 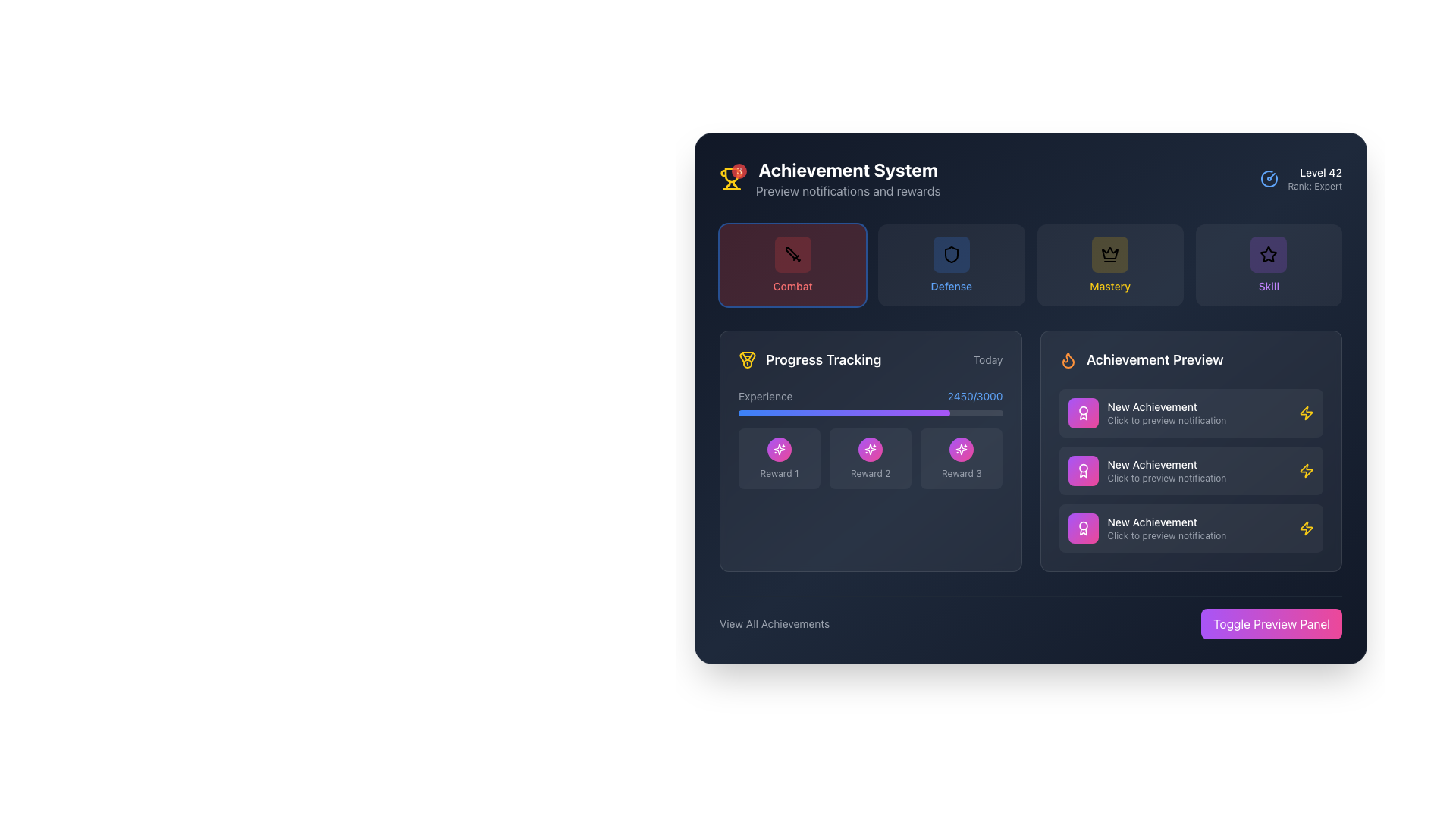 I want to click on the 'Mastery' text label, which indicates the category within the selectable menu, located in the third position after 'Combat' and 'Defense', so click(x=1110, y=287).